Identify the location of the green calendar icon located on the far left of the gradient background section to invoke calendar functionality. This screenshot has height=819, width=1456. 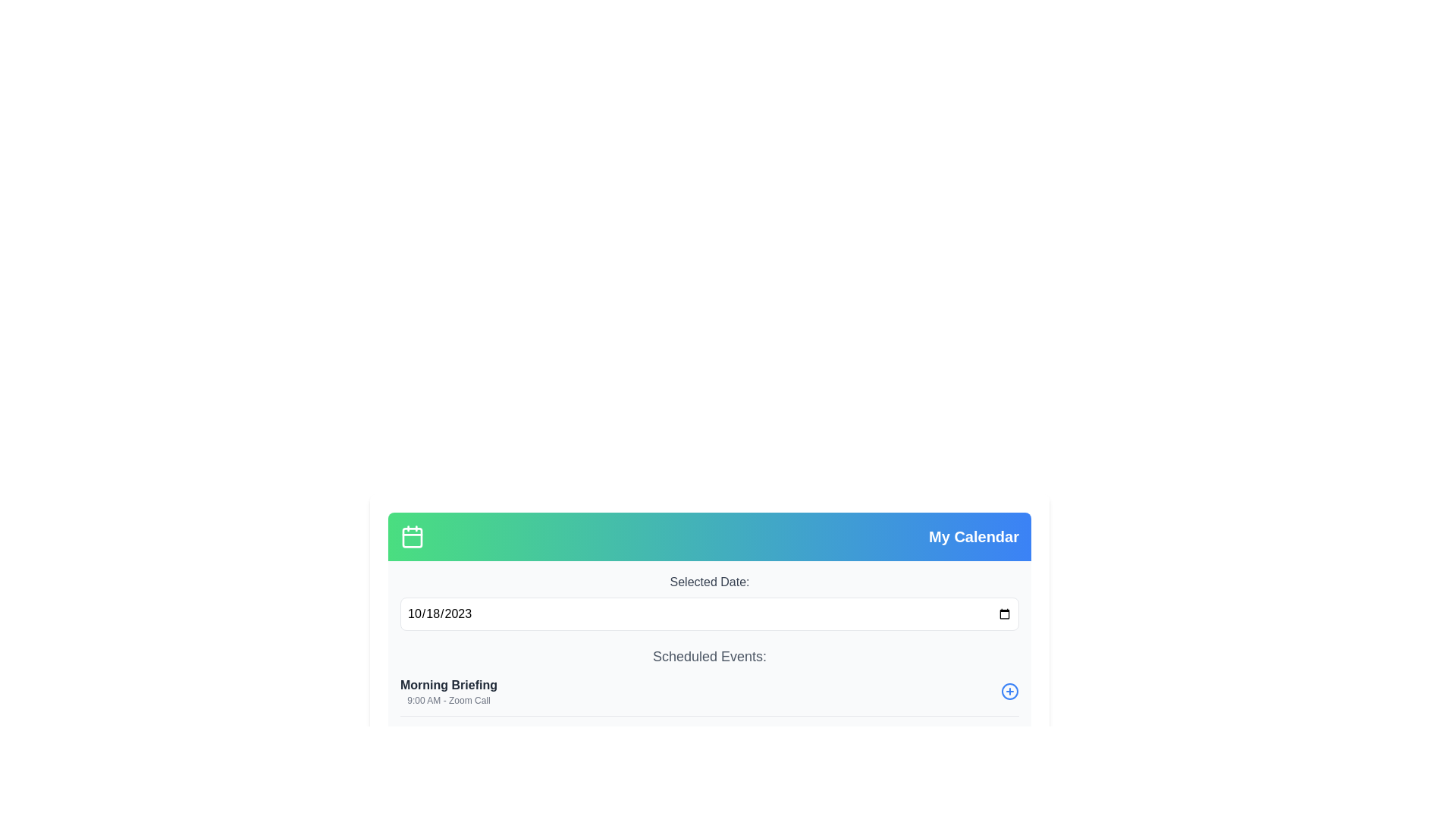
(412, 536).